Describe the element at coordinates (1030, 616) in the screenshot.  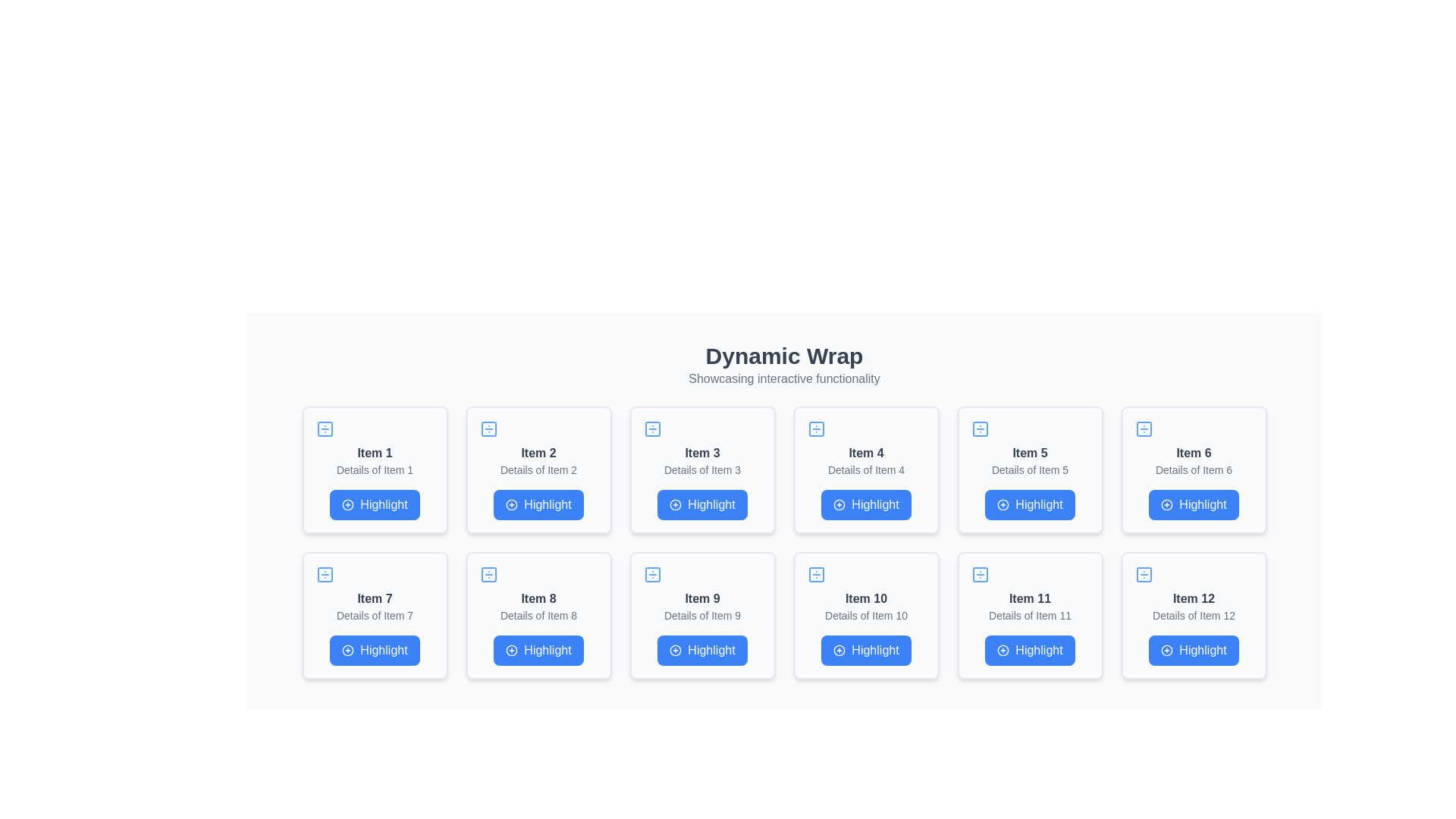
I see `the static text label displaying 'Details of Item 11', which is located below the main title 'Item 11' and above the 'Highlight' button in the card for 'Item 11'` at that location.